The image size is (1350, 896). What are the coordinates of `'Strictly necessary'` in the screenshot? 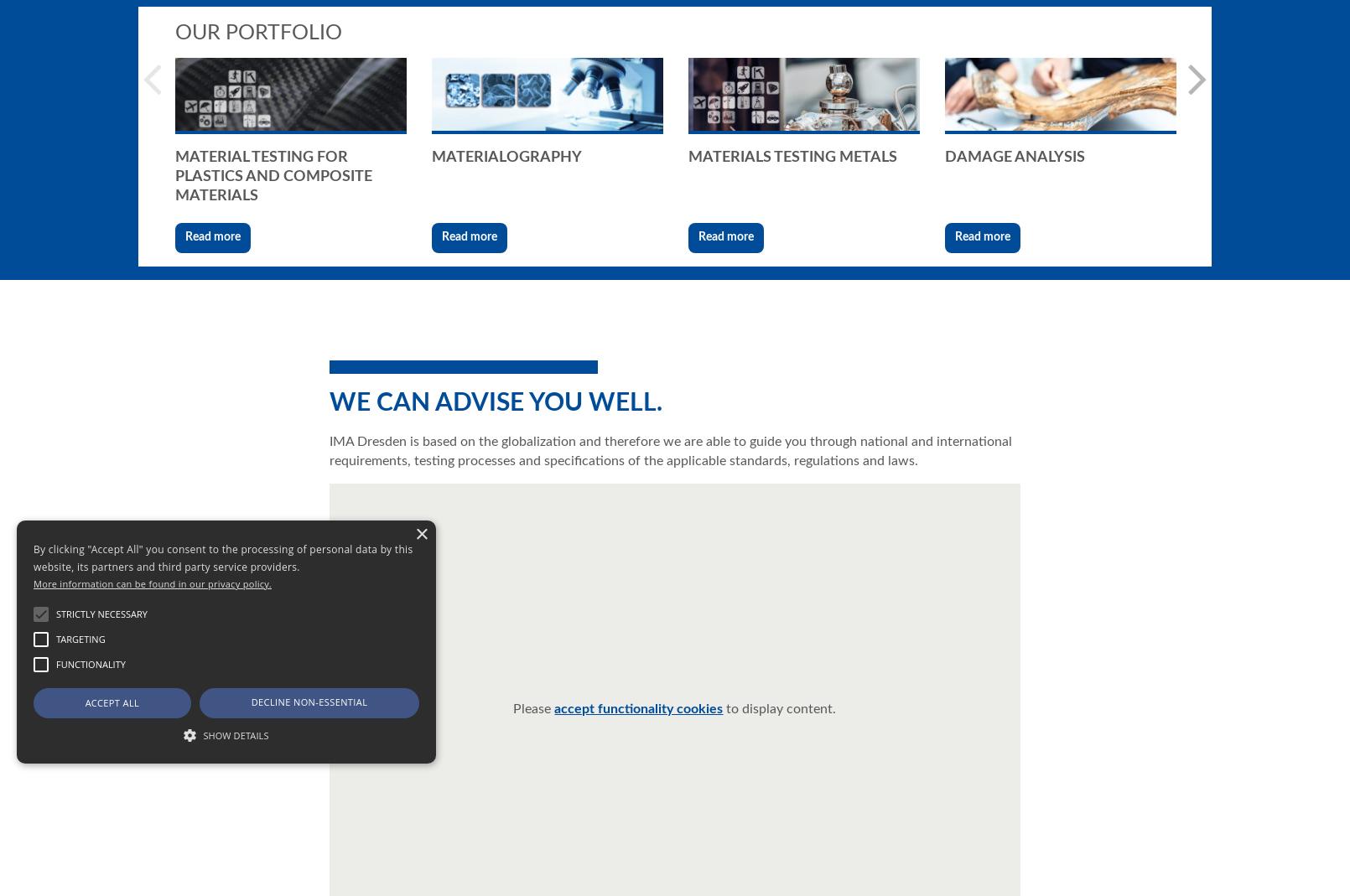 It's located at (101, 613).